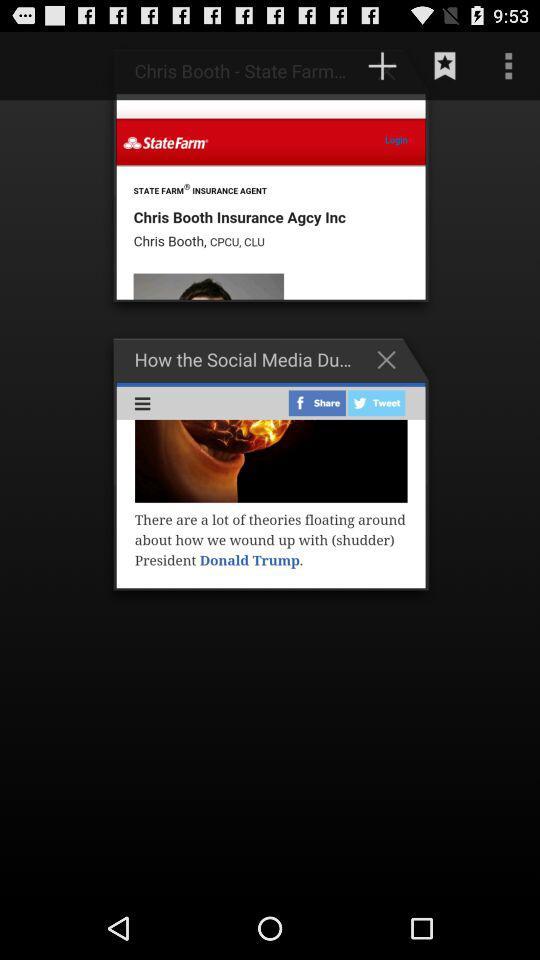  Describe the element at coordinates (391, 75) in the screenshot. I see `the add icon` at that location.